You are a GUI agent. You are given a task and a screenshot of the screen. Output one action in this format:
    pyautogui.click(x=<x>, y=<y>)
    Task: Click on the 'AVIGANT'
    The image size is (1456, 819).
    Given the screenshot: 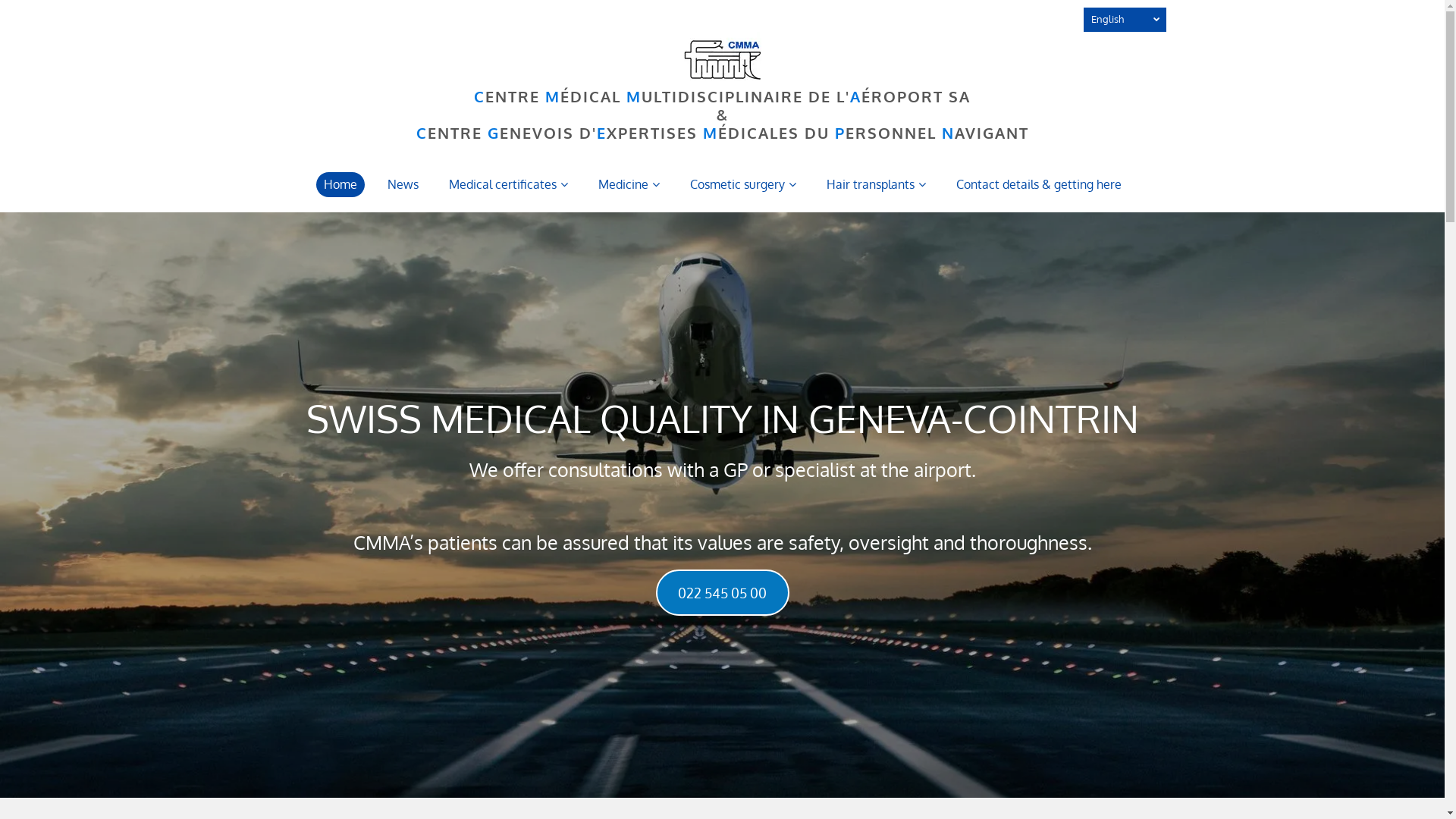 What is the action you would take?
    pyautogui.click(x=990, y=131)
    